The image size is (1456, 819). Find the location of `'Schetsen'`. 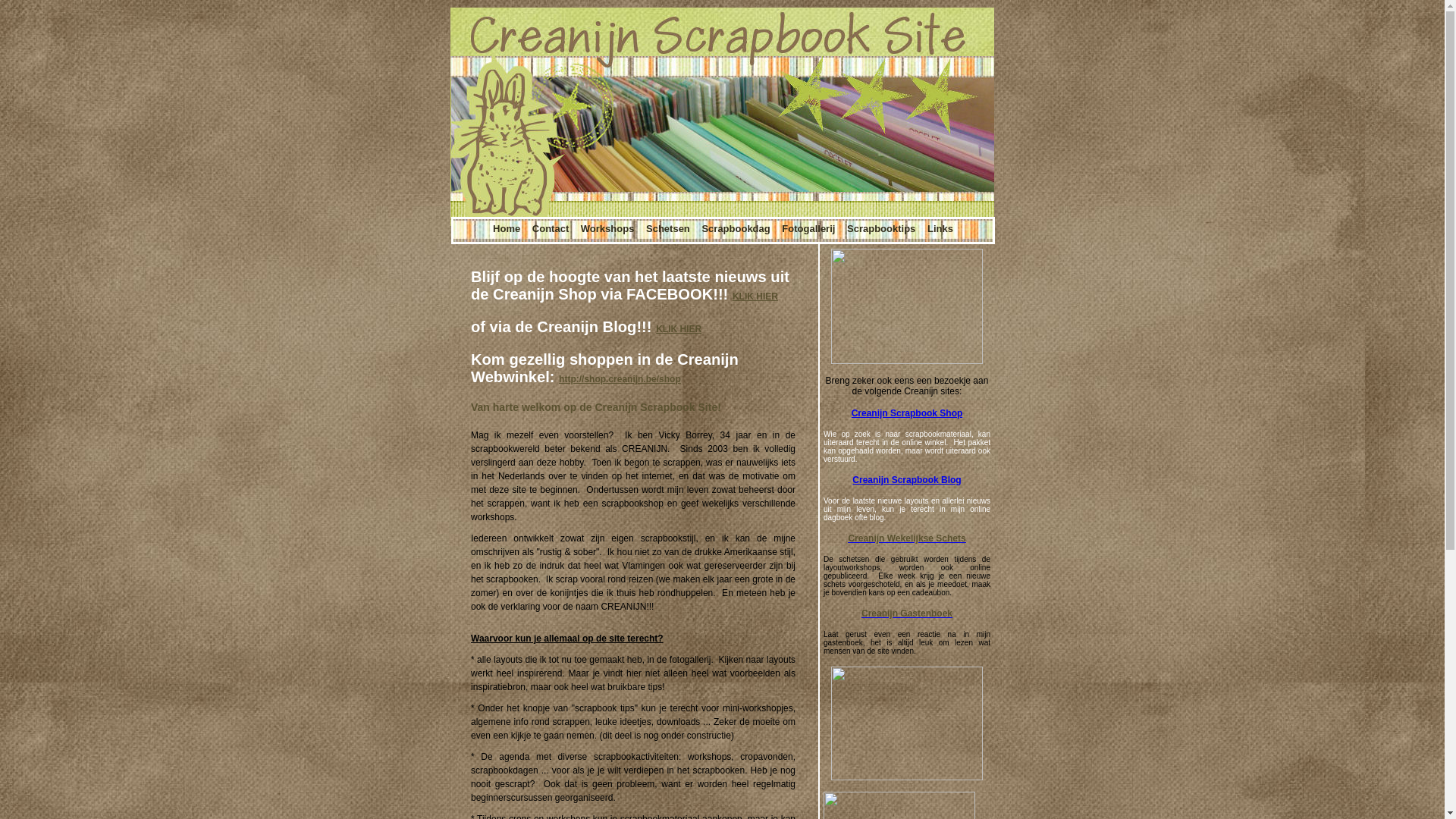

'Schetsen' is located at coordinates (668, 228).